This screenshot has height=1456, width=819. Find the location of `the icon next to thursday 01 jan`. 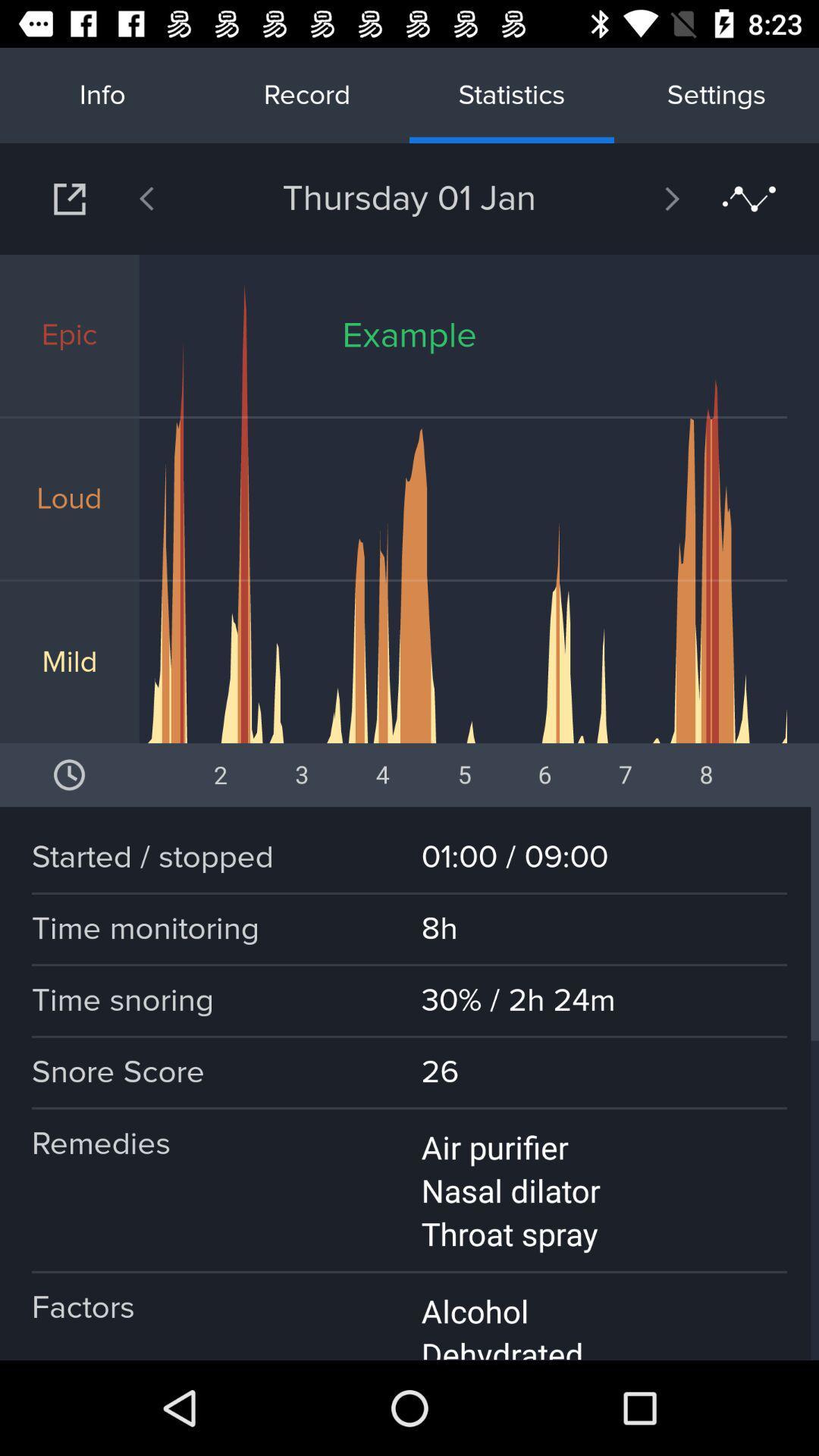

the icon next to thursday 01 jan is located at coordinates (632, 198).